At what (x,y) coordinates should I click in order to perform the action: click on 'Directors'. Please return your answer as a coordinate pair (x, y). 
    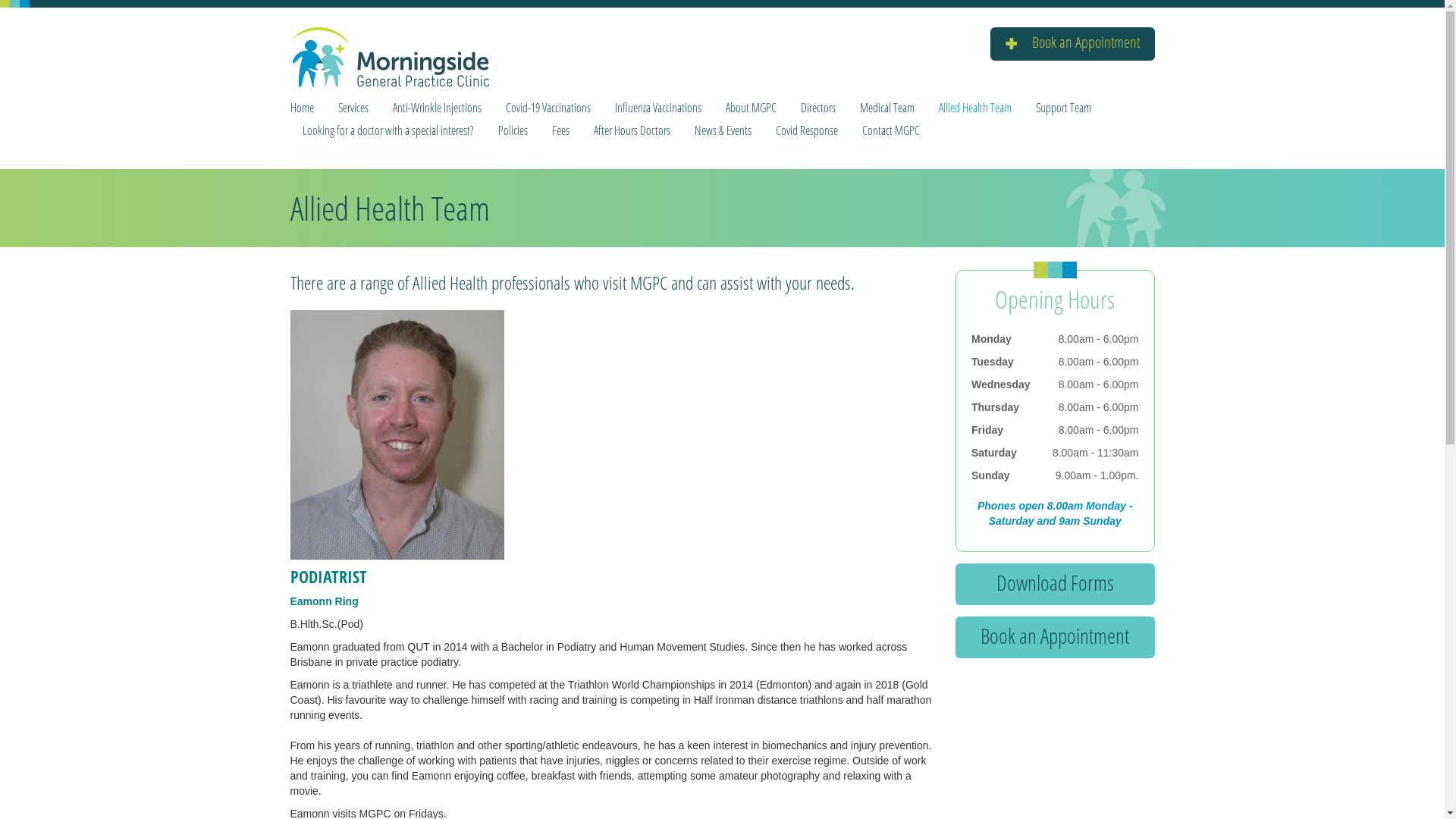
    Looking at the image, I should click on (817, 107).